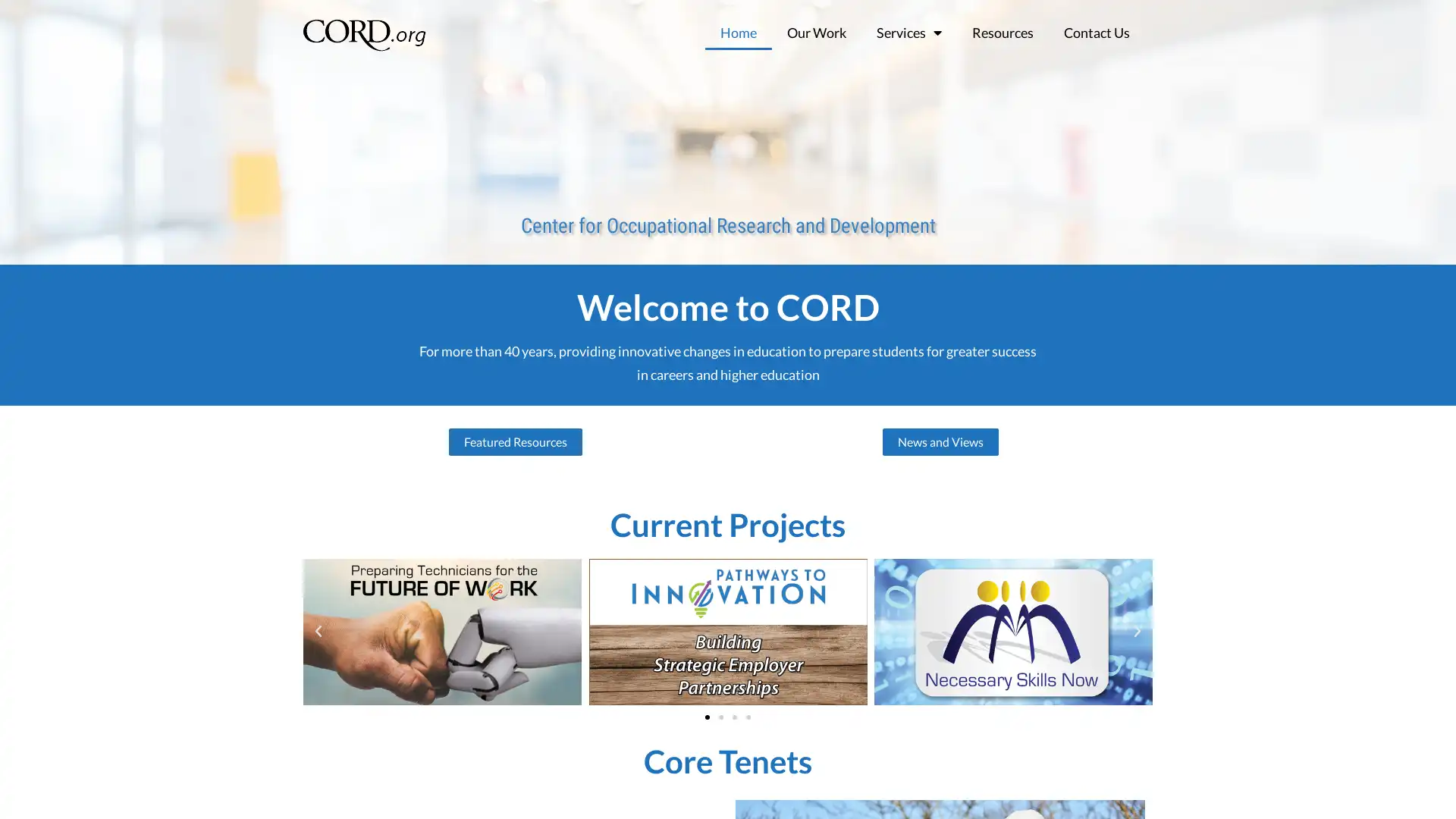  Describe the element at coordinates (720, 717) in the screenshot. I see `Go to slide 2` at that location.